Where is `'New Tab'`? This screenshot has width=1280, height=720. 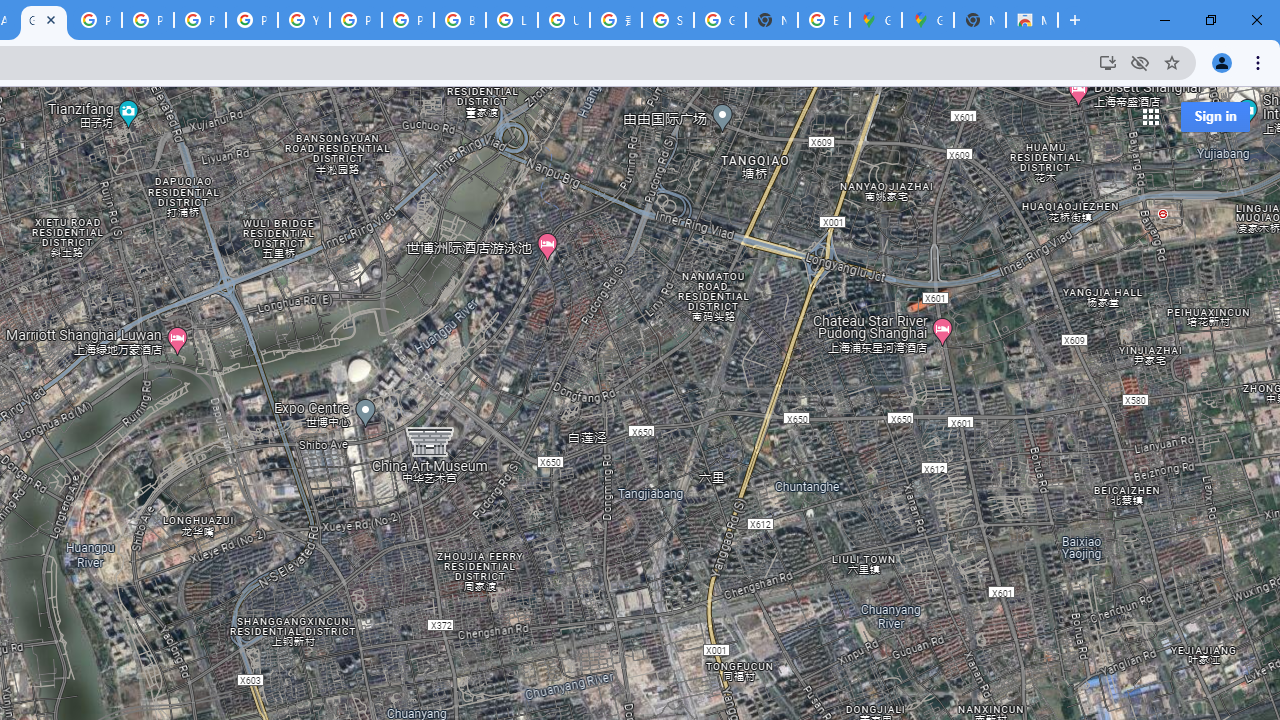
'New Tab' is located at coordinates (979, 20).